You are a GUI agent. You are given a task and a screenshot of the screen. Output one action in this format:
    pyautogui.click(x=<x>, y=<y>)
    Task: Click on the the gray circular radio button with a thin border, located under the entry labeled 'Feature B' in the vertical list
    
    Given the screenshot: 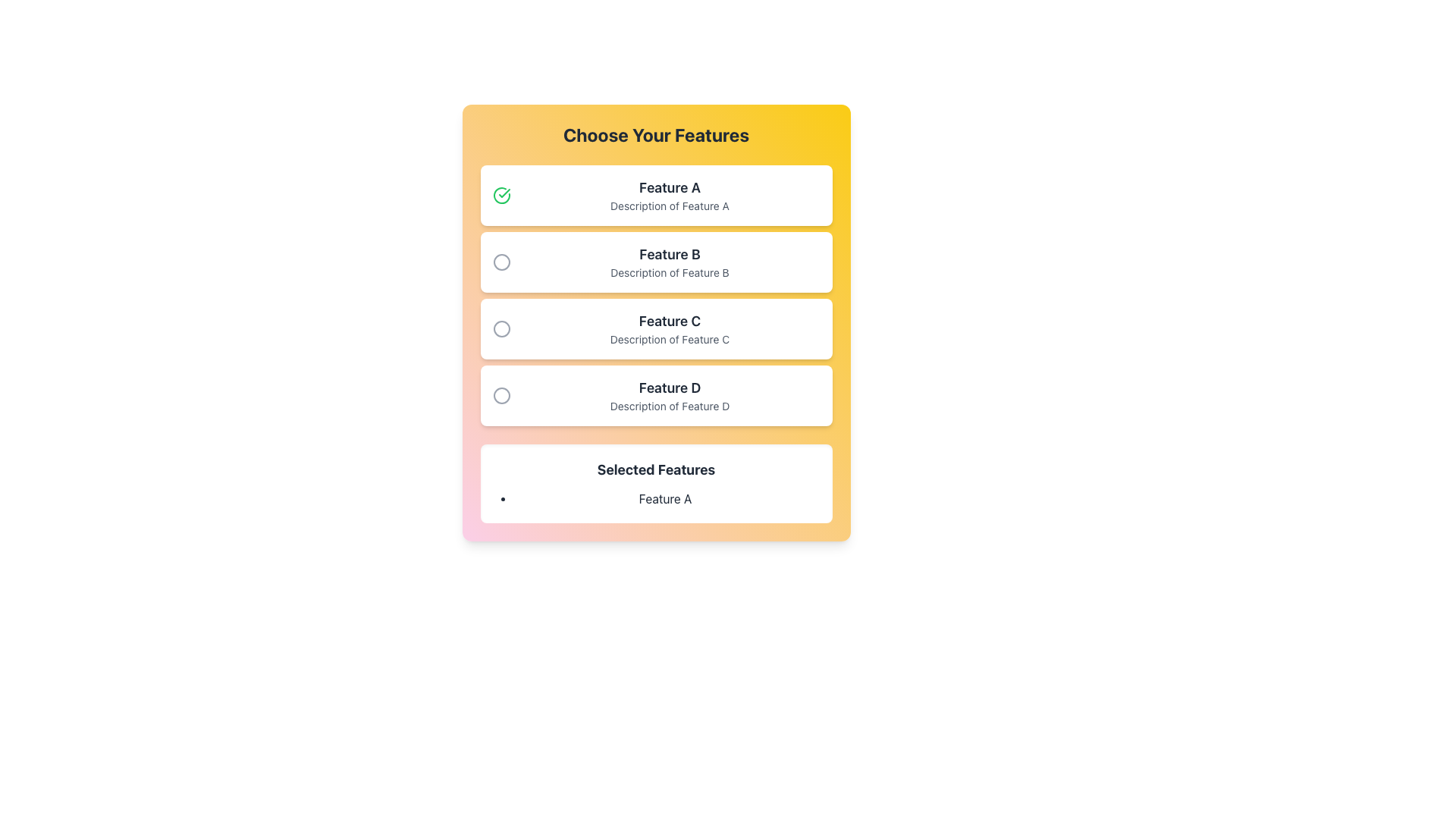 What is the action you would take?
    pyautogui.click(x=501, y=262)
    